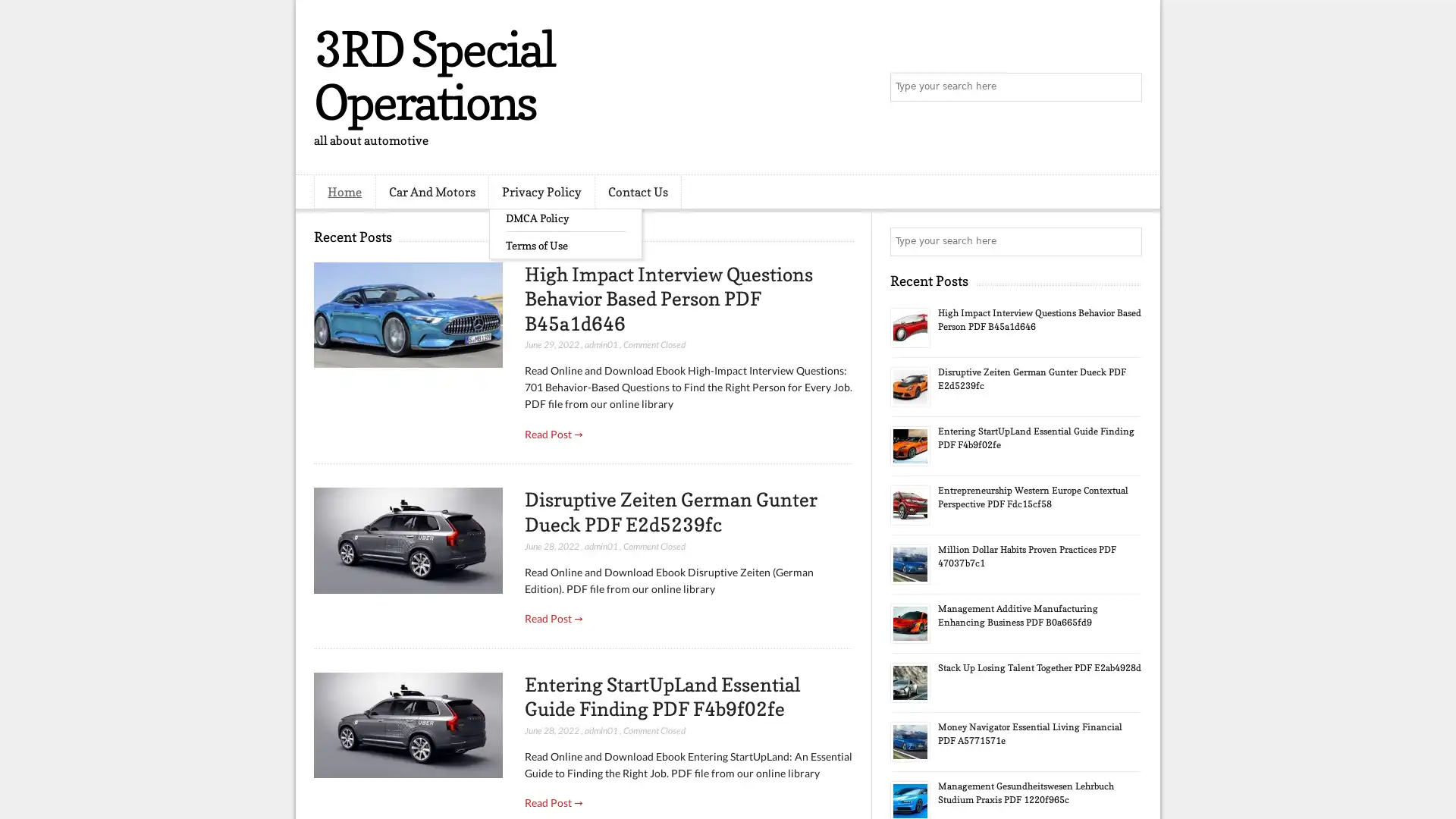  Describe the element at coordinates (1126, 87) in the screenshot. I see `Search` at that location.